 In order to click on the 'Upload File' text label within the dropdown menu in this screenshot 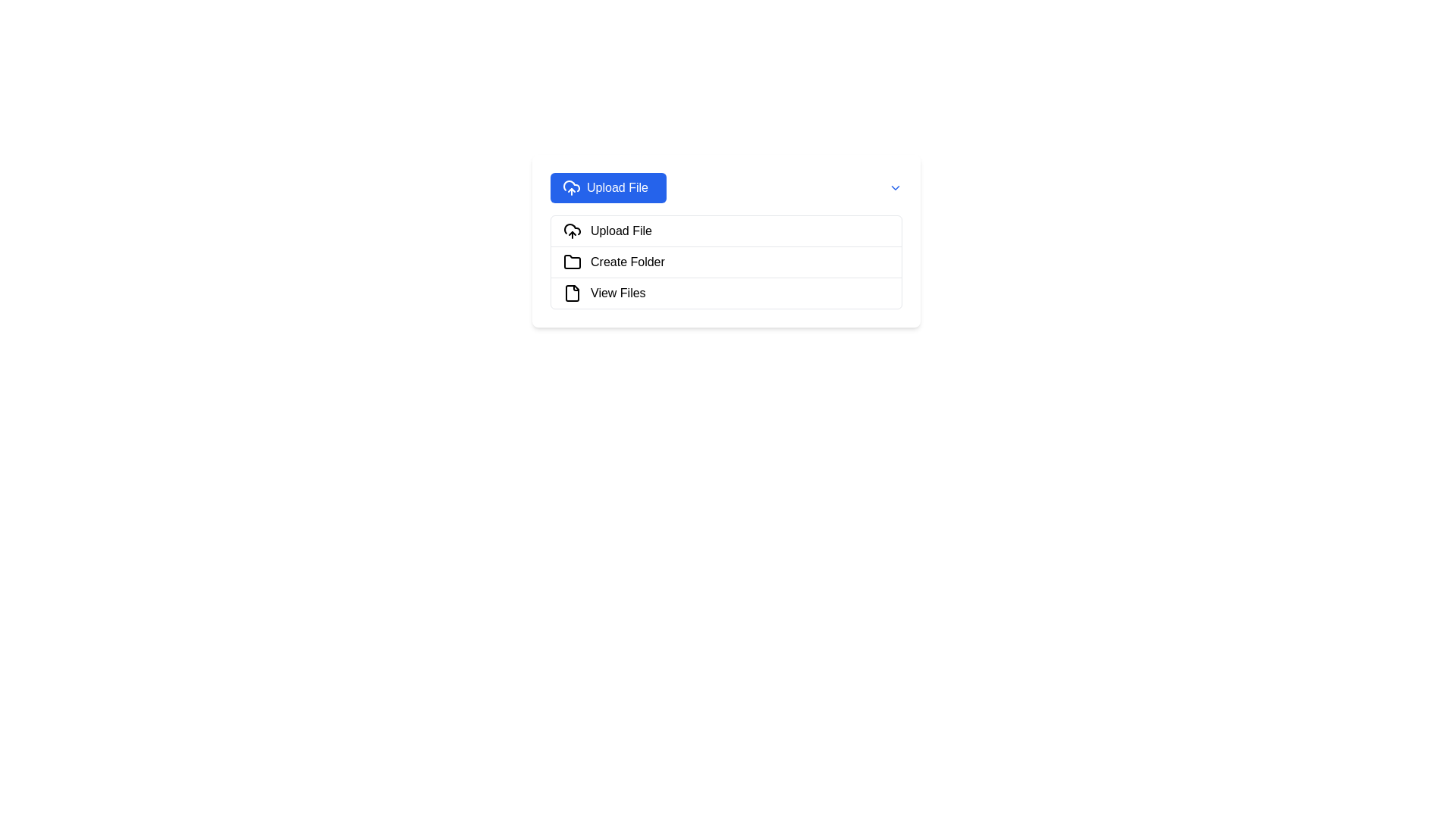, I will do `click(621, 231)`.